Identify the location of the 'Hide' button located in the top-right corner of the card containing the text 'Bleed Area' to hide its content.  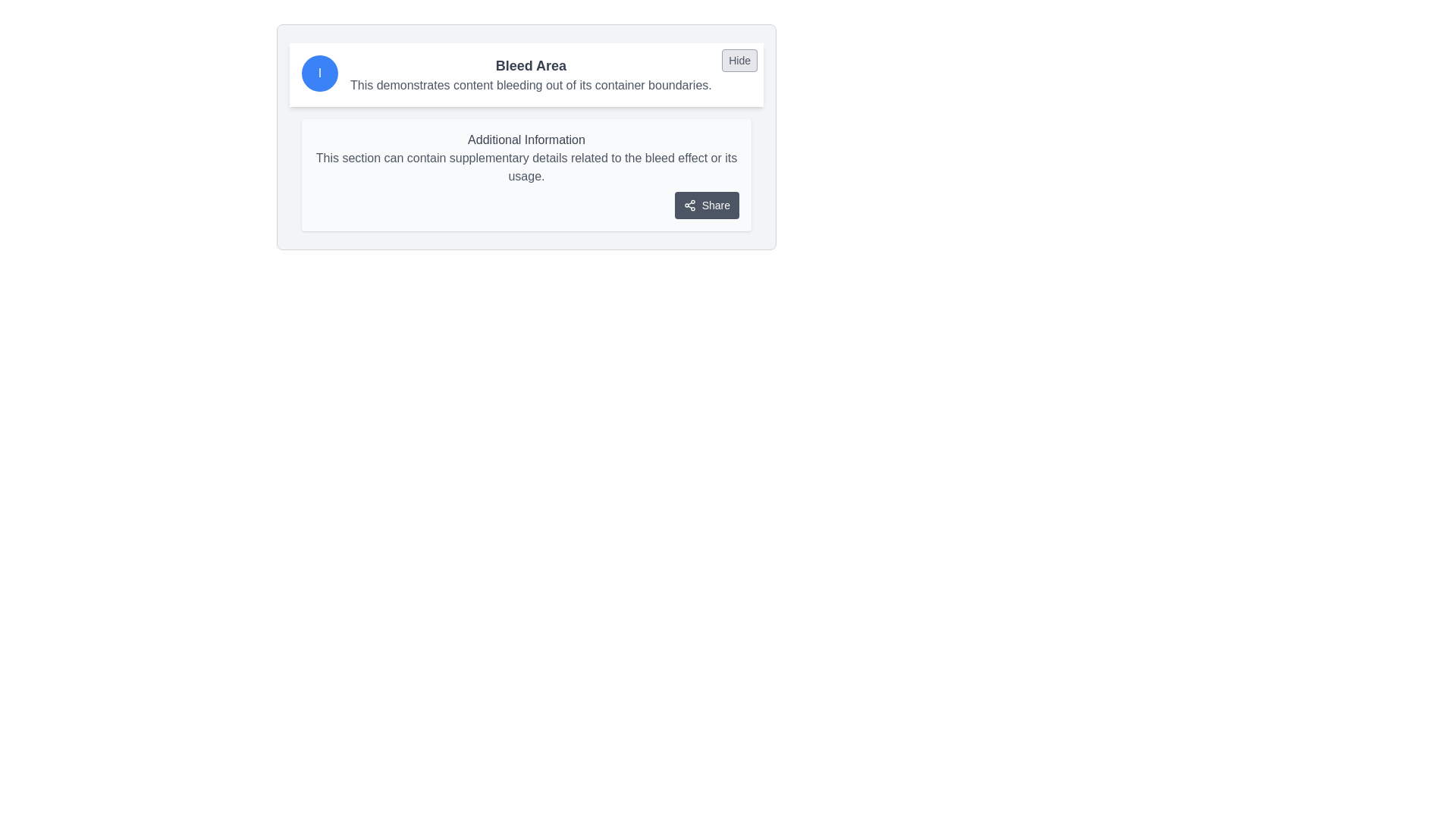
(739, 60).